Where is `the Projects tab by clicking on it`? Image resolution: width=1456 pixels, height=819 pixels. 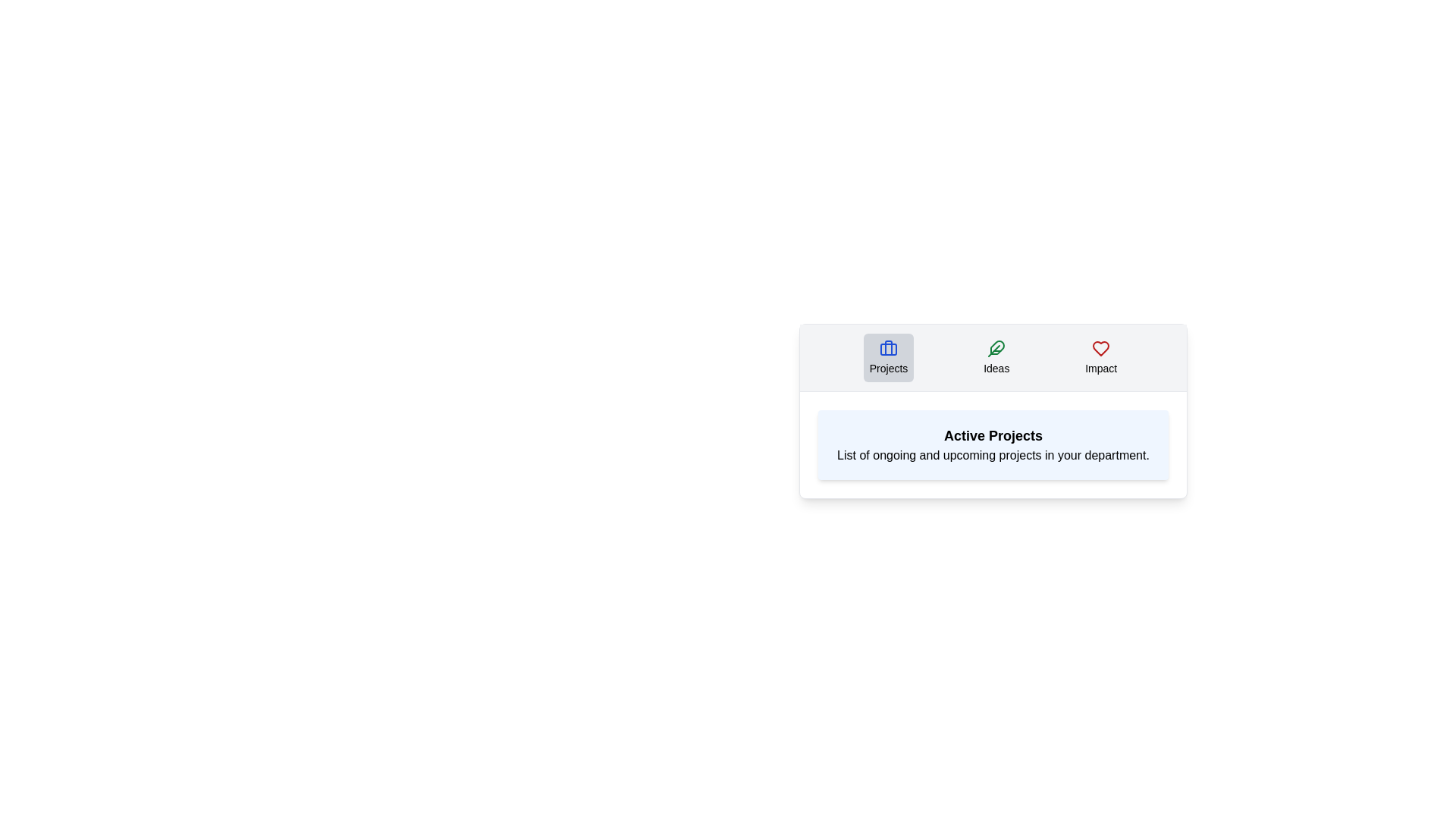 the Projects tab by clicking on it is located at coordinates (888, 357).